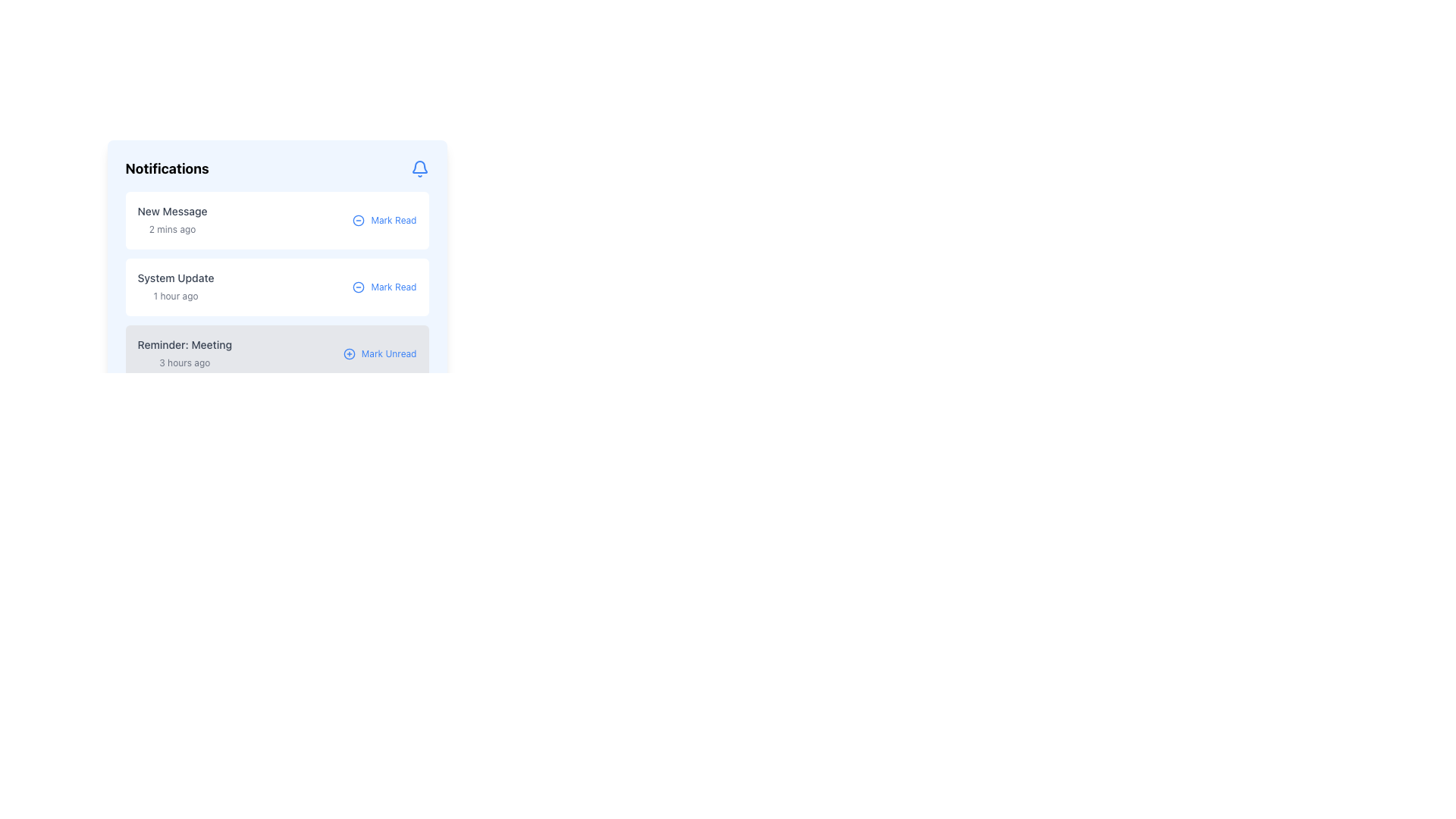 This screenshot has height=819, width=1456. I want to click on the 'Mark Read' interactive text link with a blue font color and a minus icon to mark the notification as read, so click(384, 287).